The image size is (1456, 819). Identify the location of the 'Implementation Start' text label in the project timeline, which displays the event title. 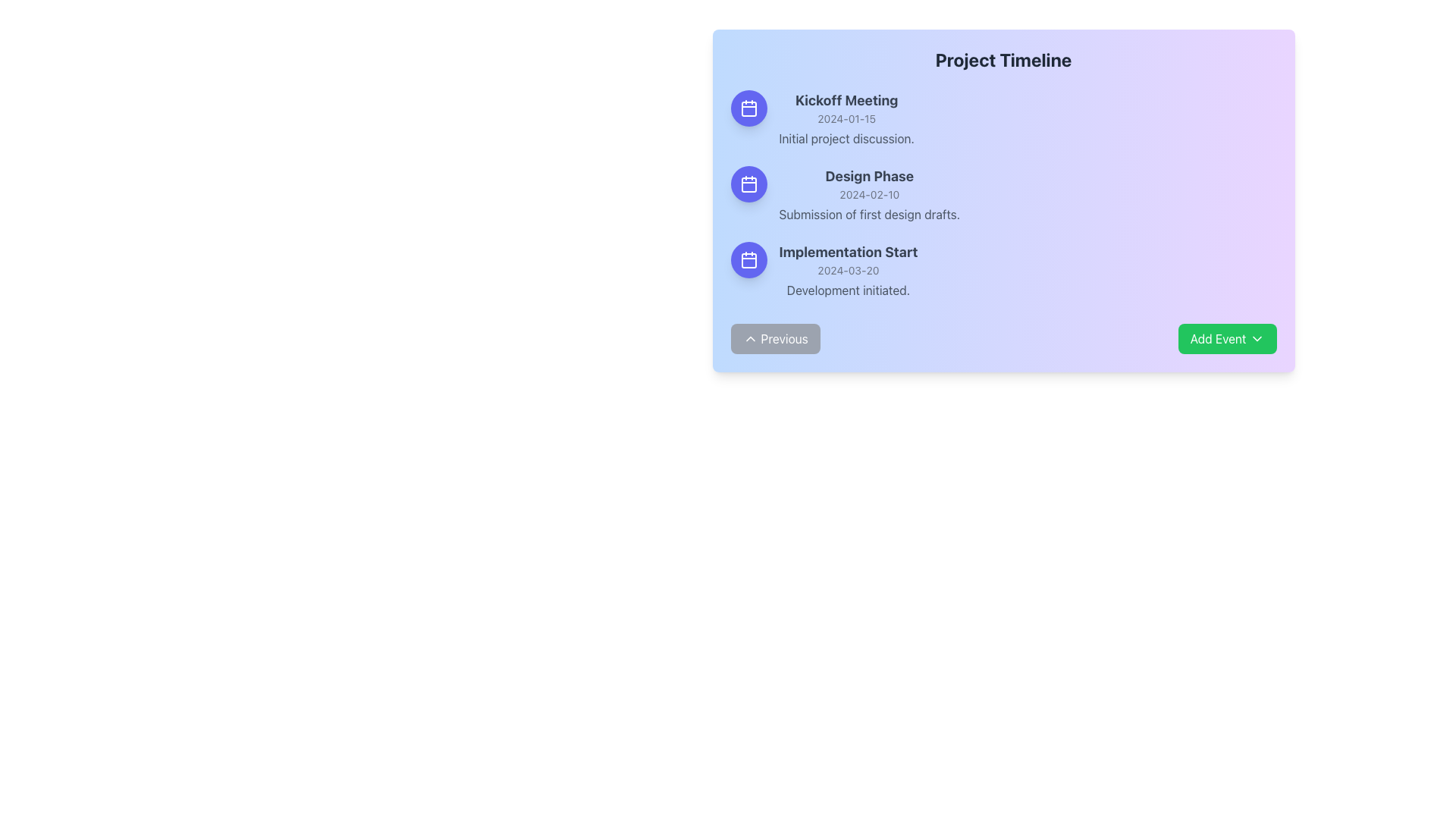
(847, 251).